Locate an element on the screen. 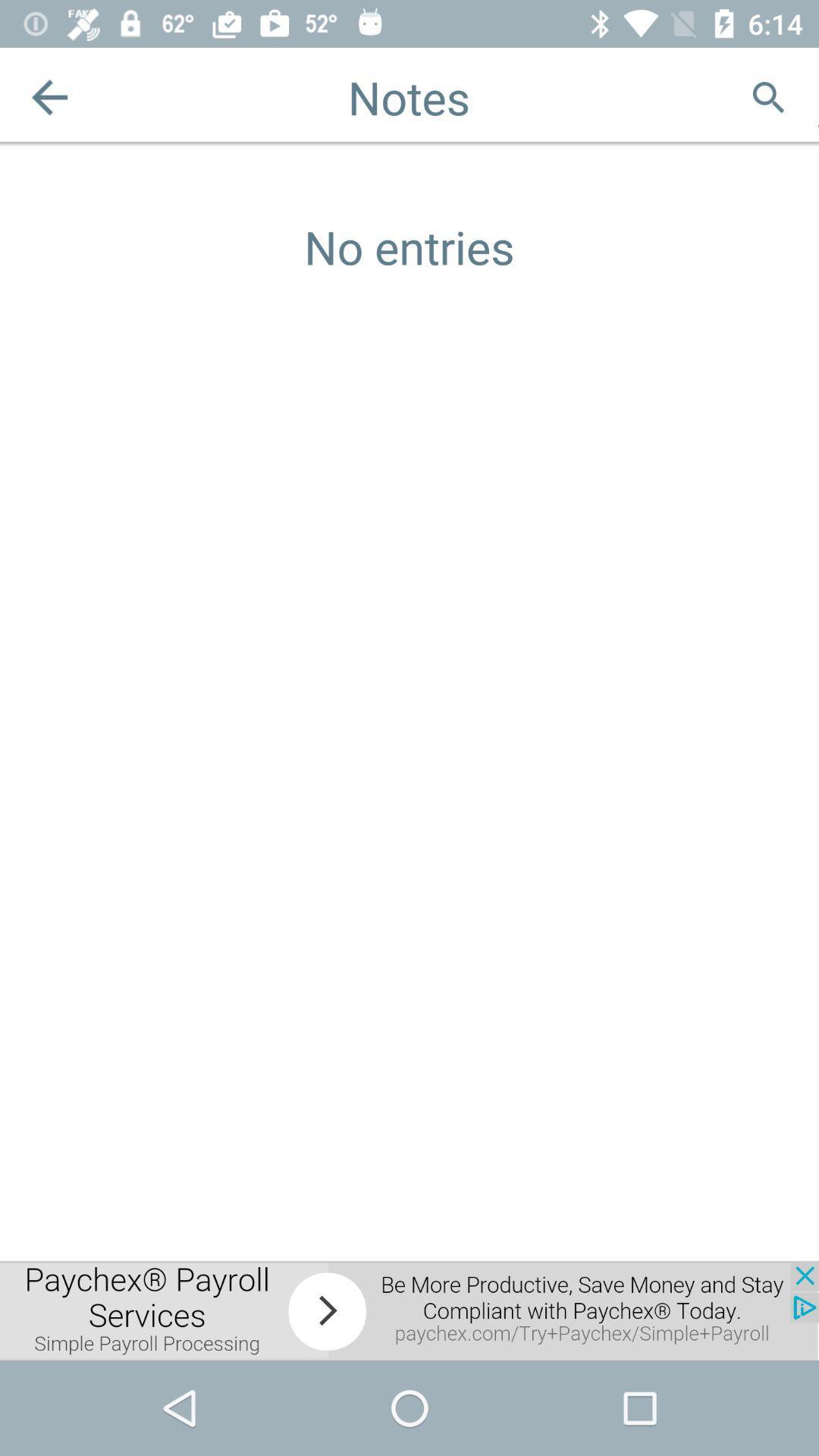 This screenshot has width=819, height=1456. search icon is located at coordinates (768, 96).